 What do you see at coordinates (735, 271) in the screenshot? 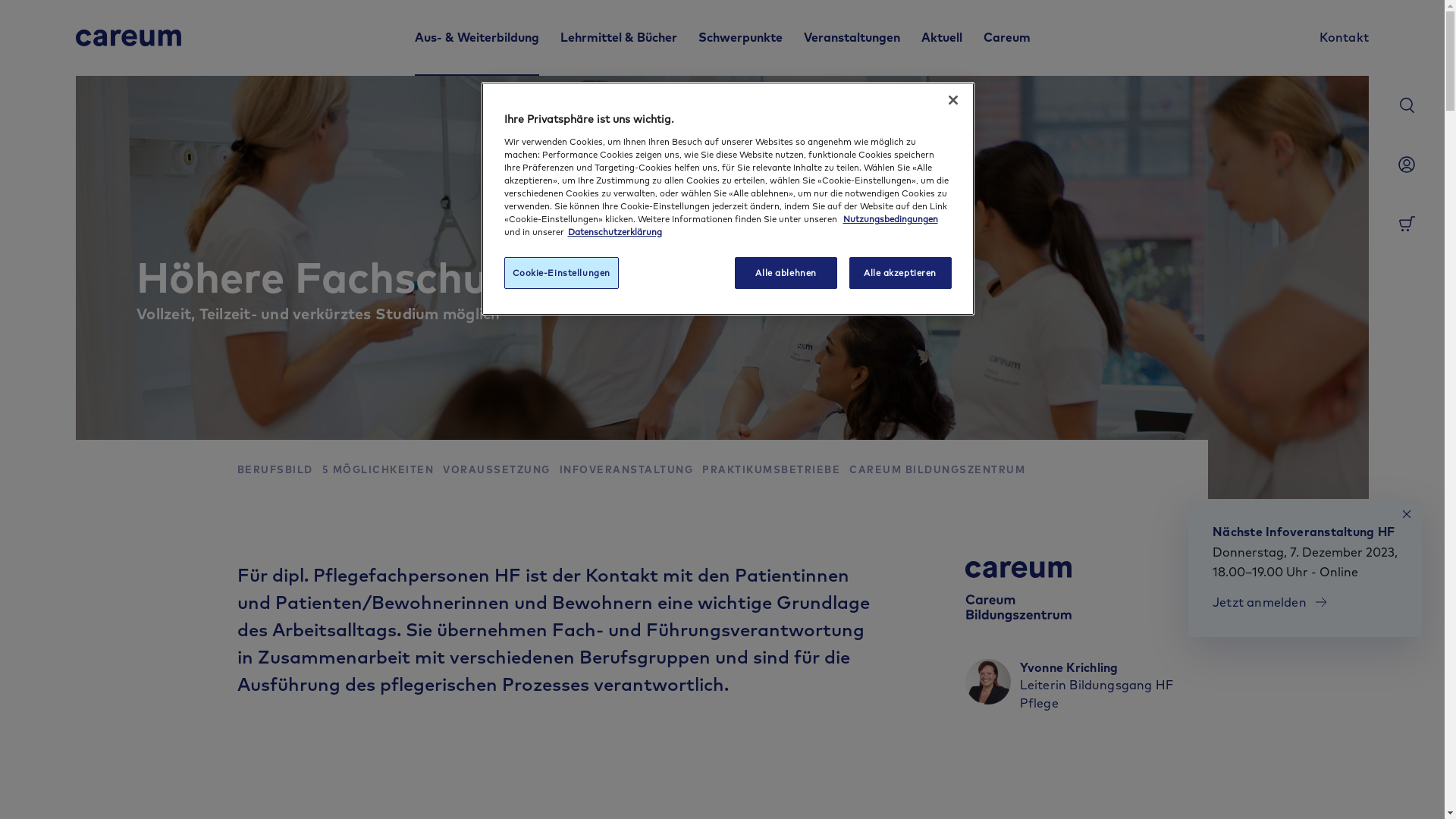
I see `'Alle ablehnen'` at bounding box center [735, 271].